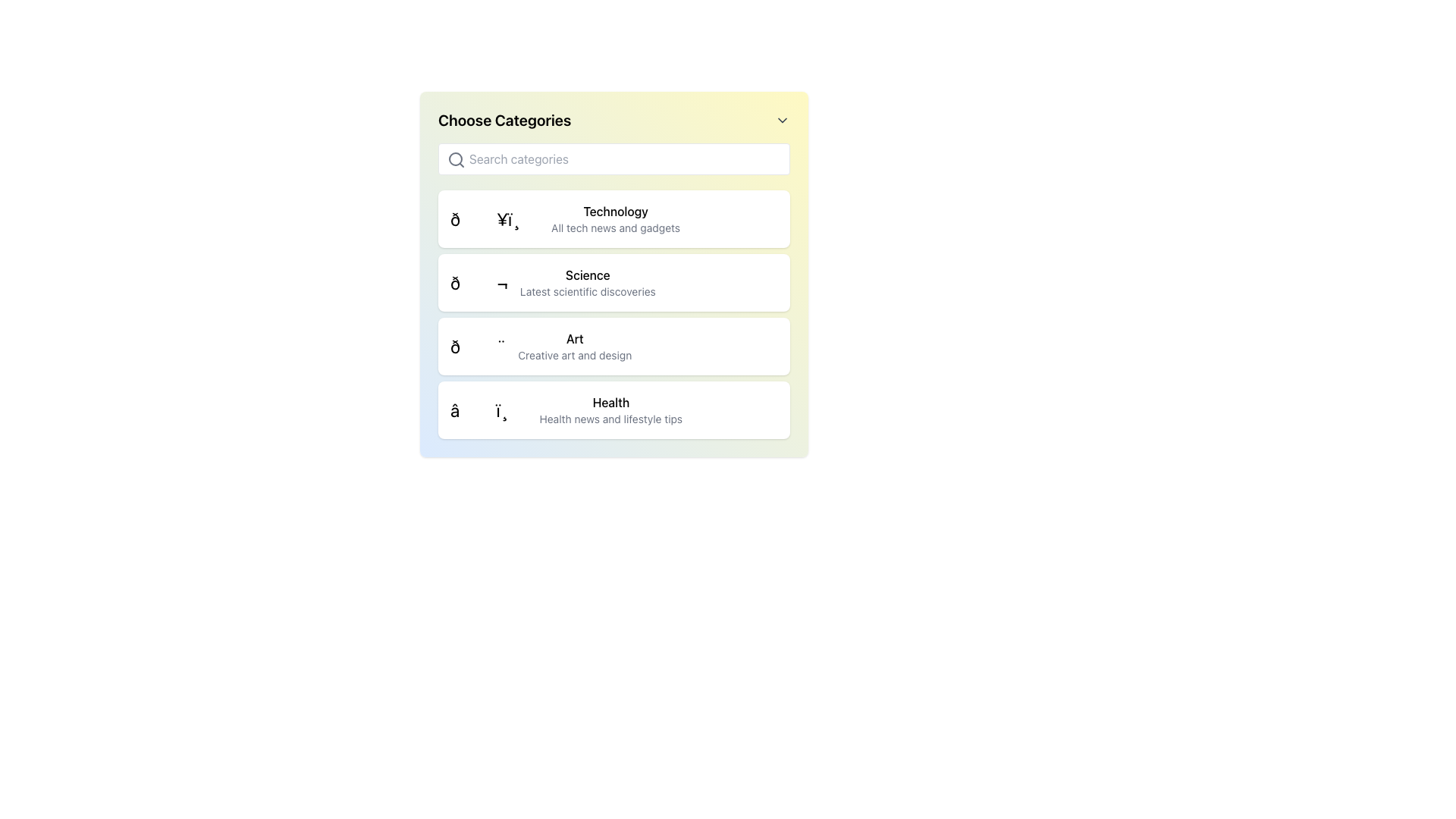 The image size is (1456, 819). I want to click on the text label 'Health' which is the heading of the fourth list item in the 'Choose Categories' menu, so click(610, 402).